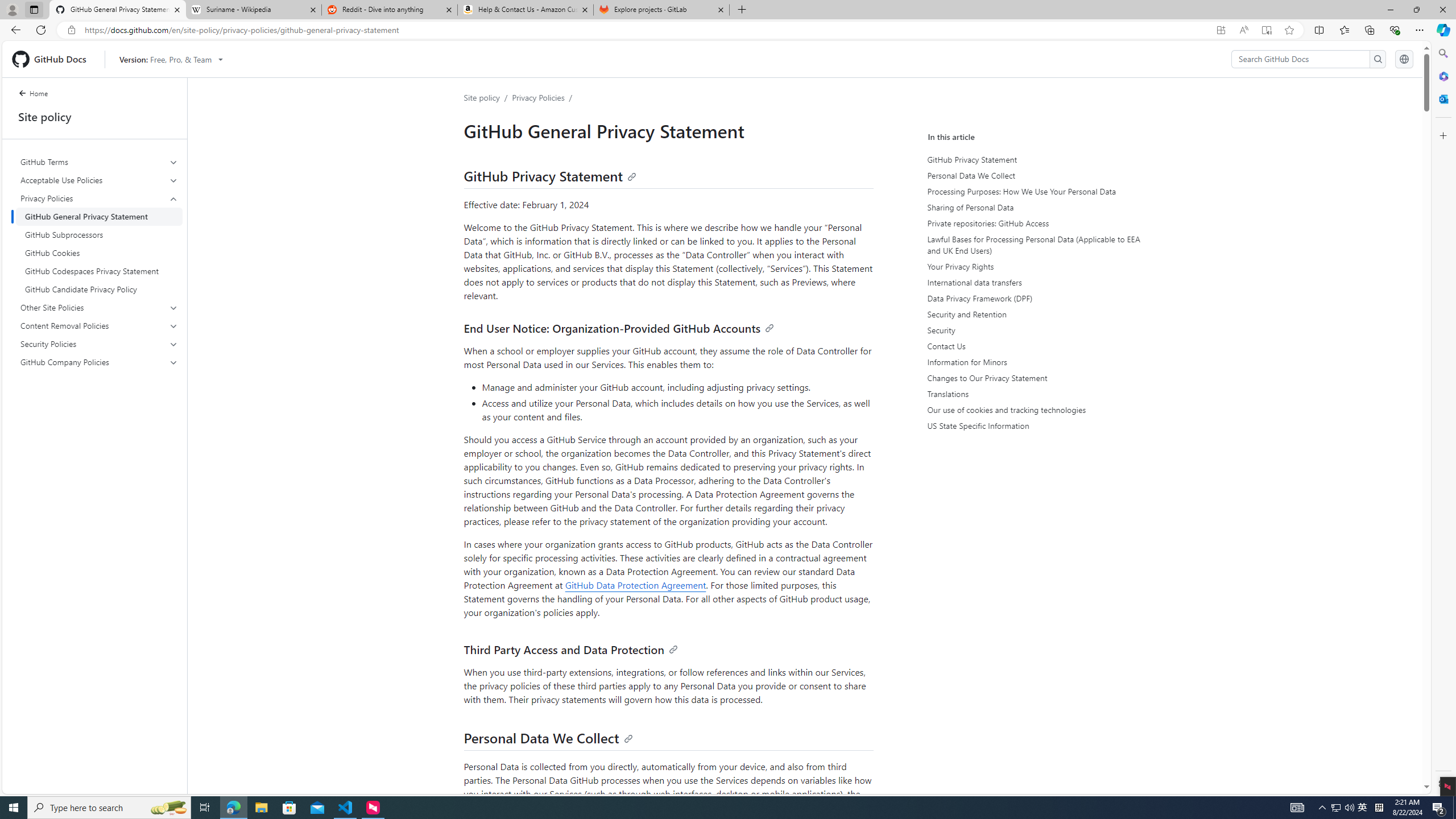 The height and width of the screenshot is (819, 1456). Describe the element at coordinates (544, 97) in the screenshot. I see `'Privacy Policies/'` at that location.